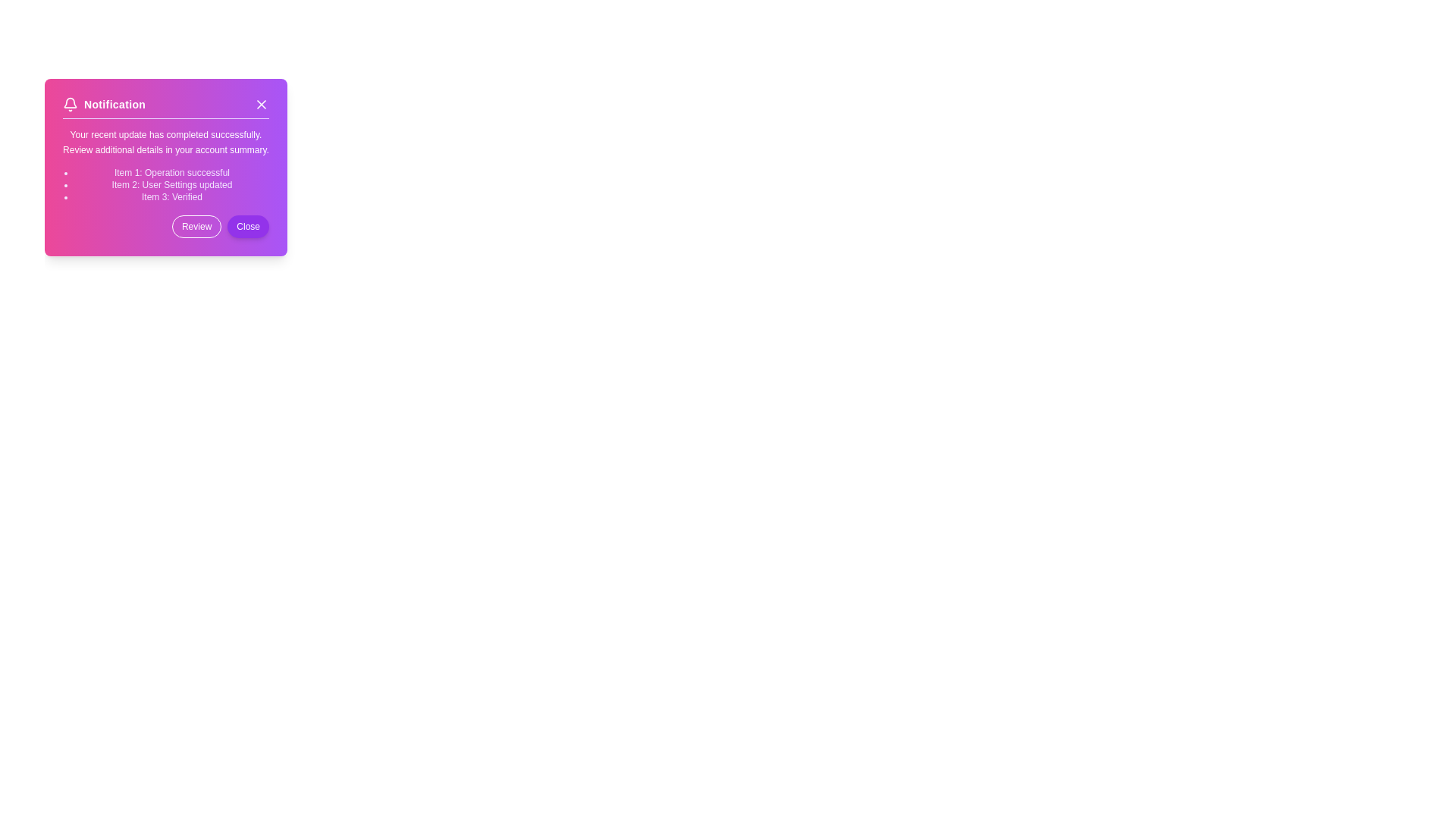 The image size is (1456, 819). What do you see at coordinates (166, 184) in the screenshot?
I see `the bulleted list element located in the center of the notification box titled 'Notification', which provides details about completed actions` at bounding box center [166, 184].